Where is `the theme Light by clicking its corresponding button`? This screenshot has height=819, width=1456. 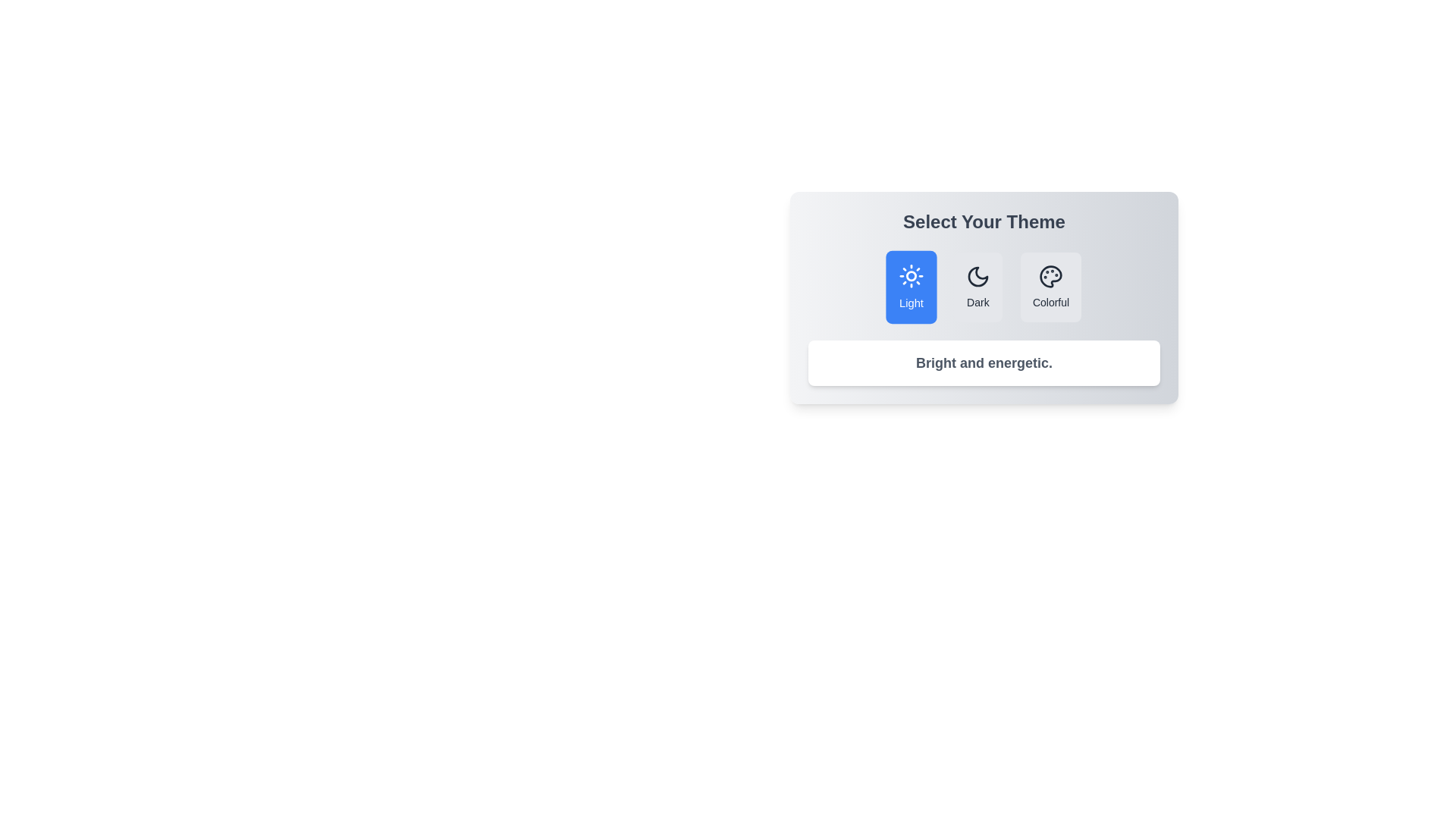 the theme Light by clicking its corresponding button is located at coordinates (910, 287).